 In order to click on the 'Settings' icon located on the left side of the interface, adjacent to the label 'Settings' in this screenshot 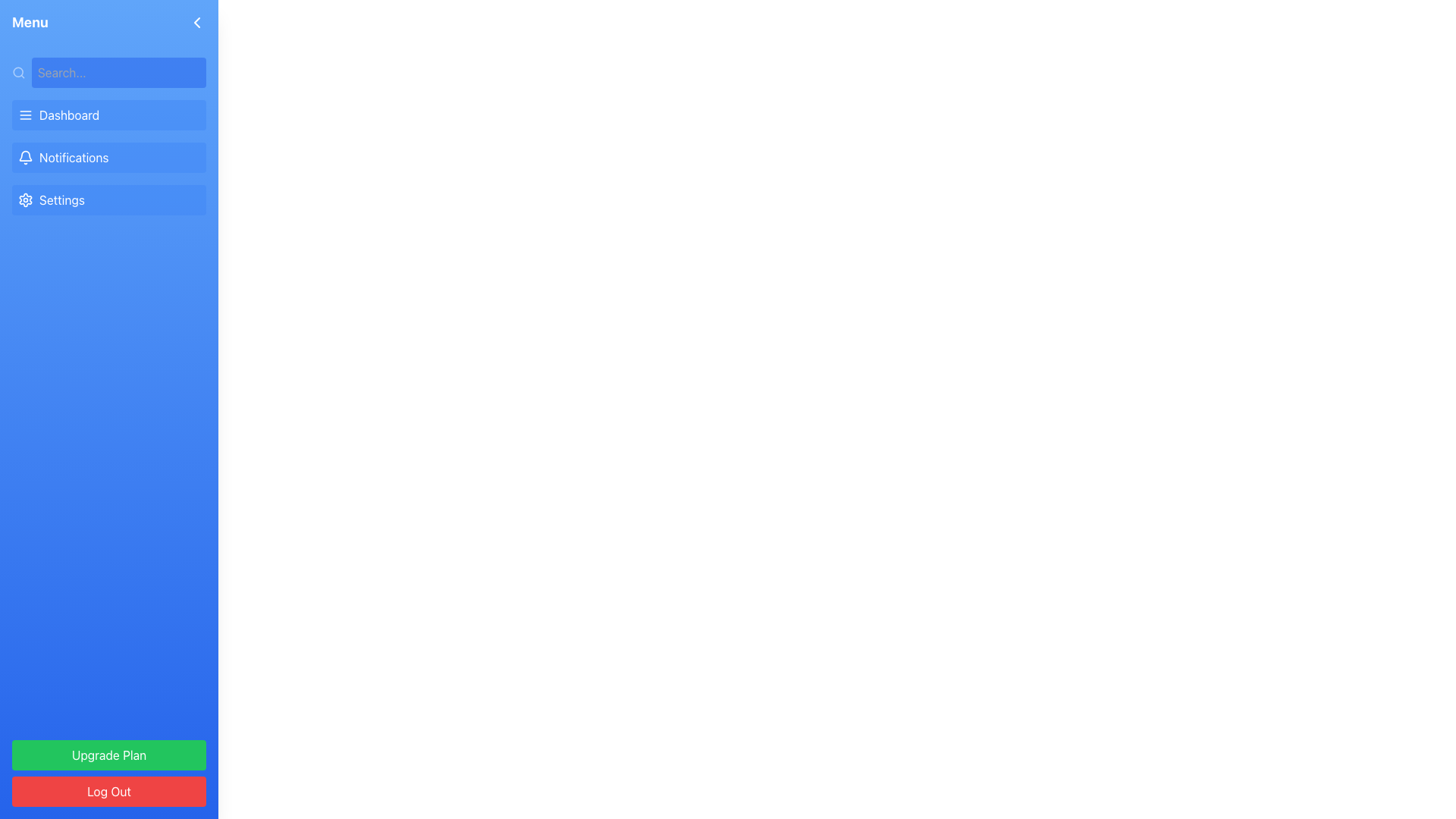, I will do `click(25, 199)`.